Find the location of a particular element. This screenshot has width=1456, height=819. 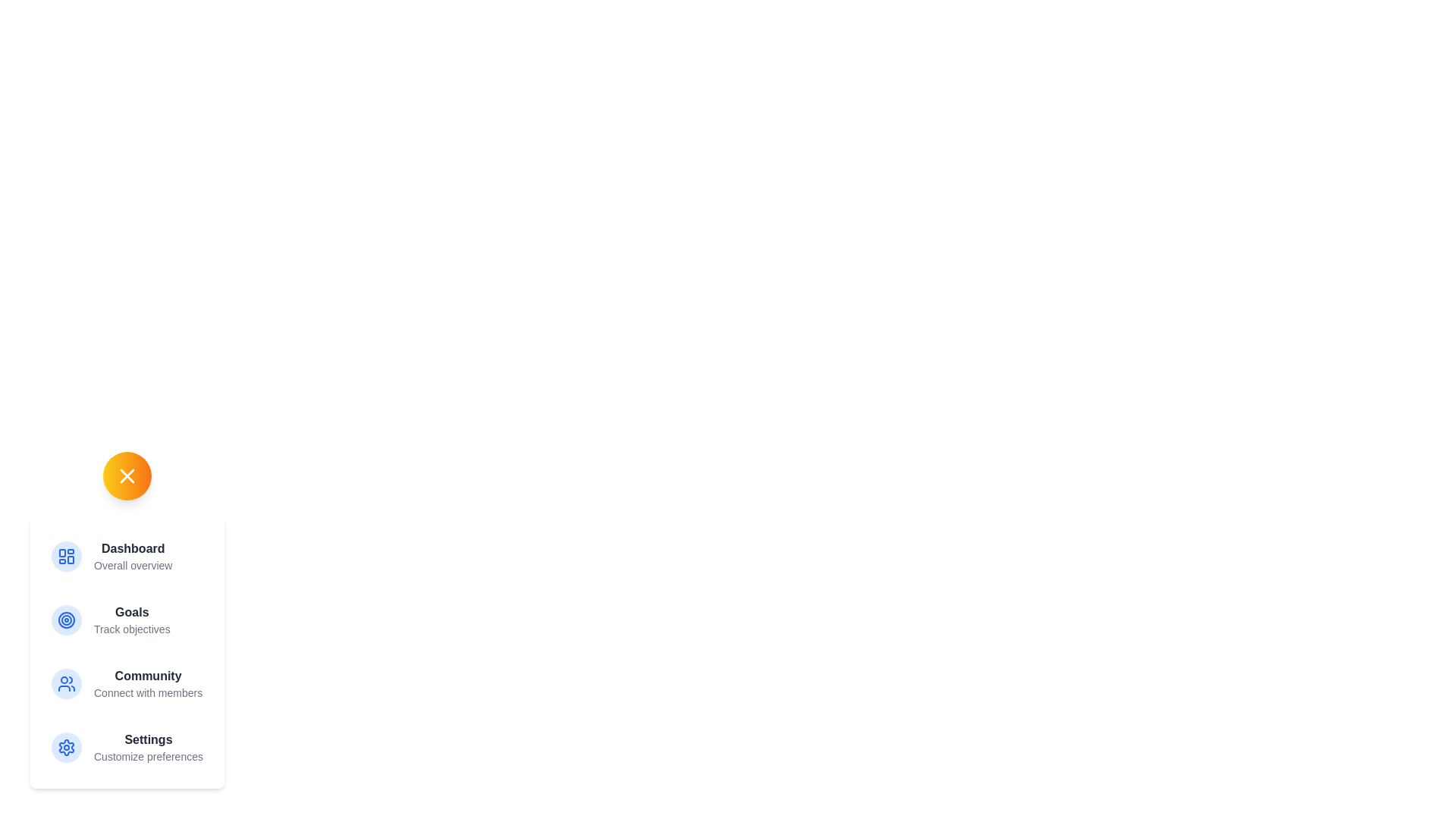

the menu option Community is located at coordinates (127, 684).